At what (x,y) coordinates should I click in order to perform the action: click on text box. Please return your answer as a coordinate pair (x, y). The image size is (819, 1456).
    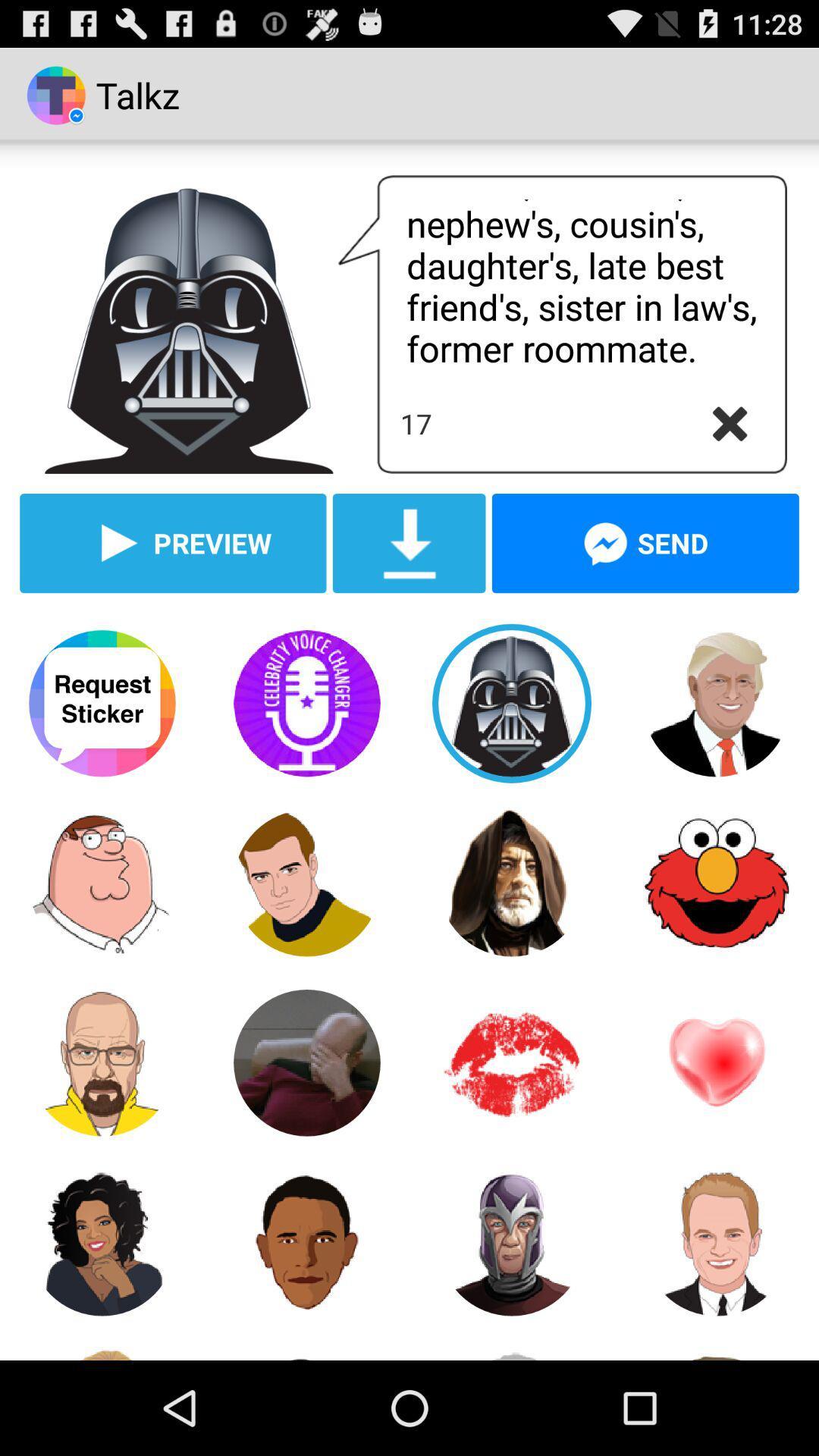
    Looking at the image, I should click on (729, 424).